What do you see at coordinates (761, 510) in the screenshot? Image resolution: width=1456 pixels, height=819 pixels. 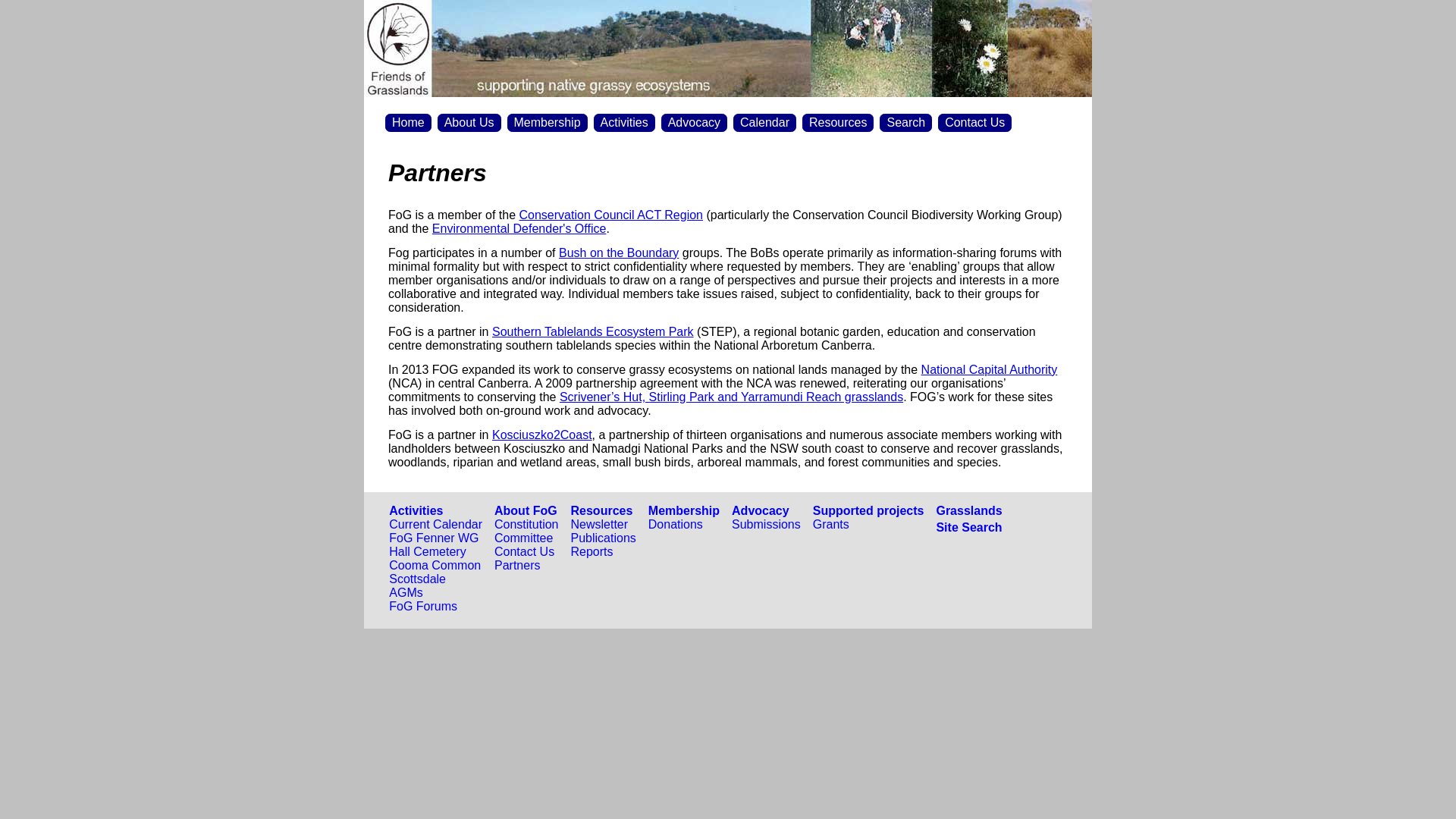 I see `'Advocacy'` at bounding box center [761, 510].